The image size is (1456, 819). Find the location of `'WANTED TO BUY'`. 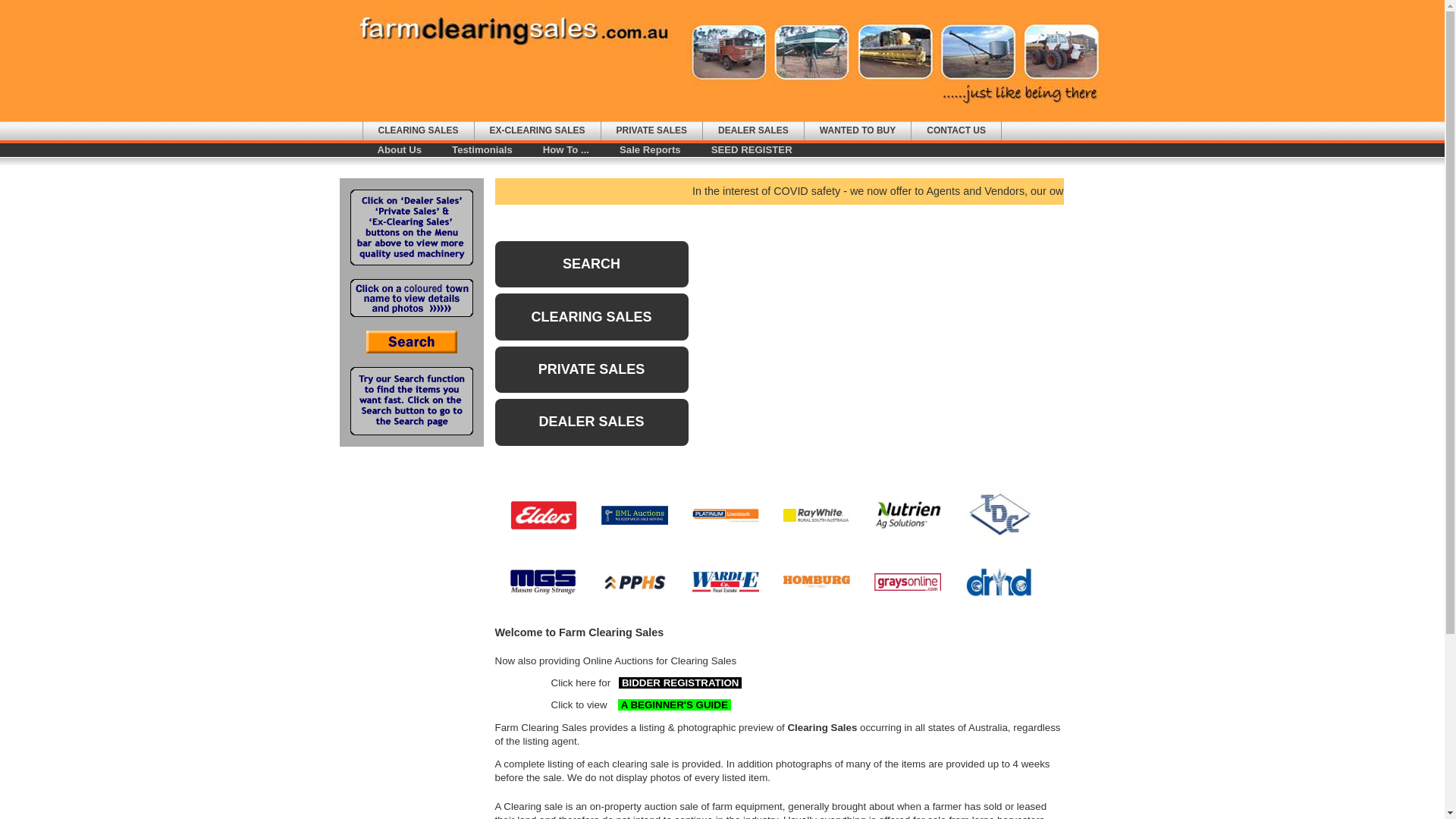

'WANTED TO BUY' is located at coordinates (858, 130).